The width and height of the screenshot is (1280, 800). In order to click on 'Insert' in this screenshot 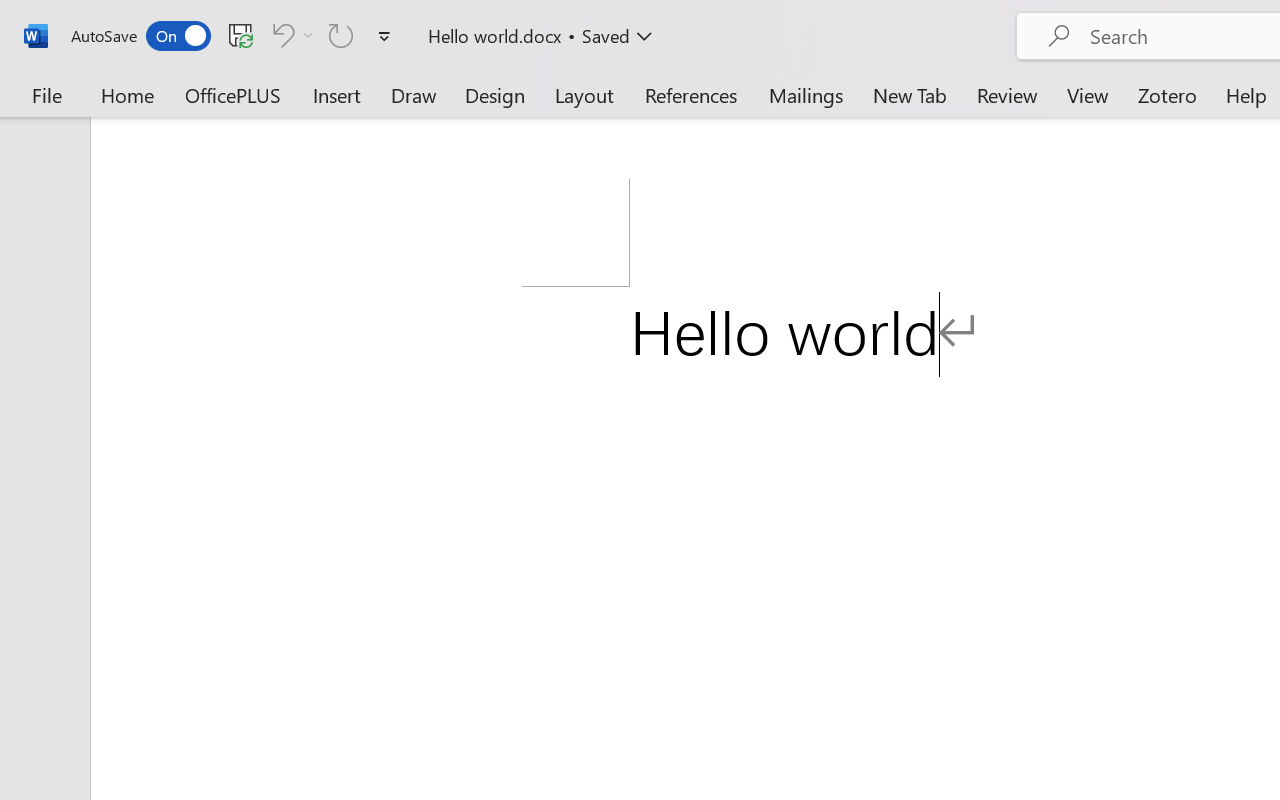, I will do `click(337, 94)`.